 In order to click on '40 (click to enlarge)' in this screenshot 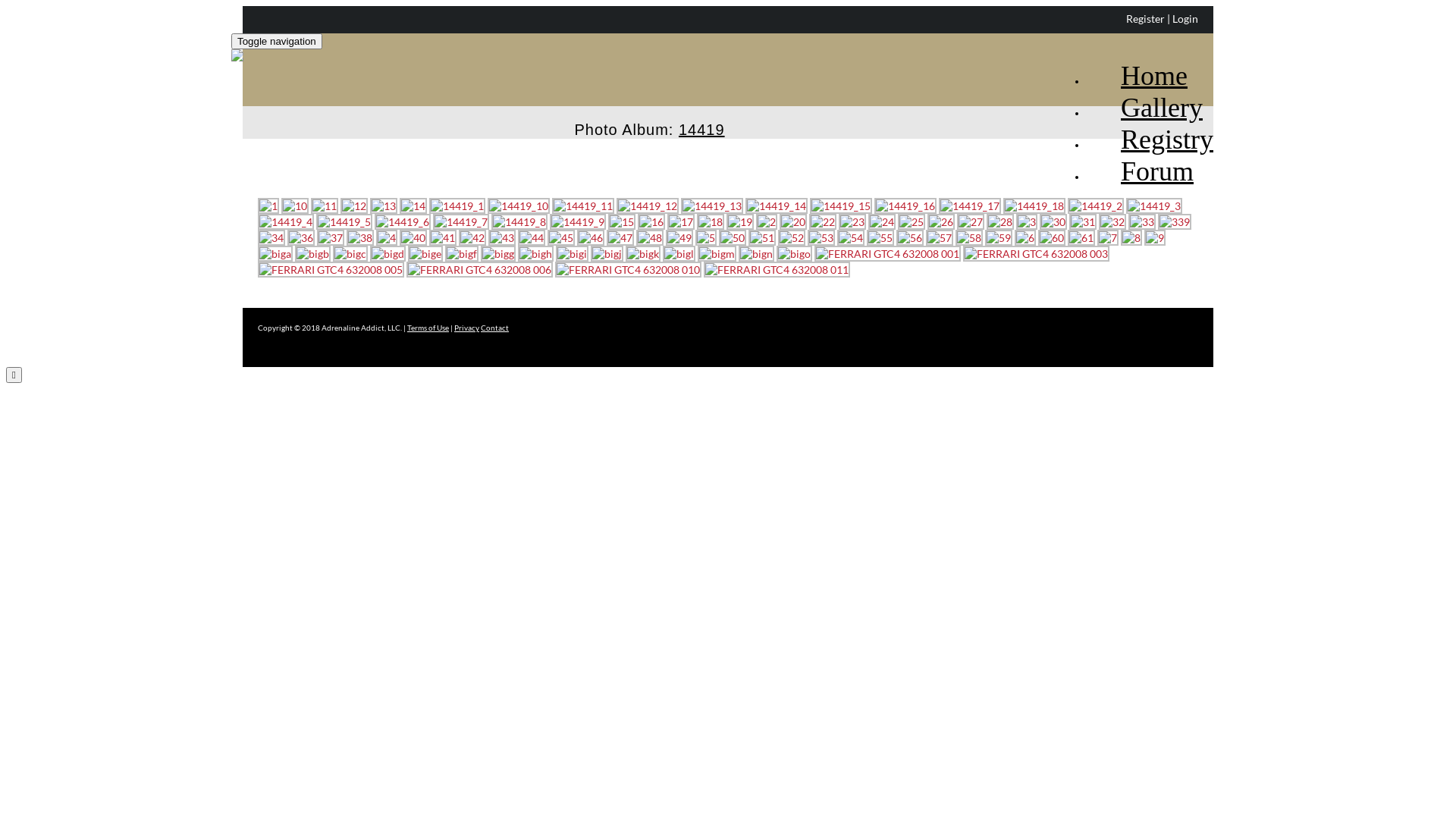, I will do `click(413, 237)`.